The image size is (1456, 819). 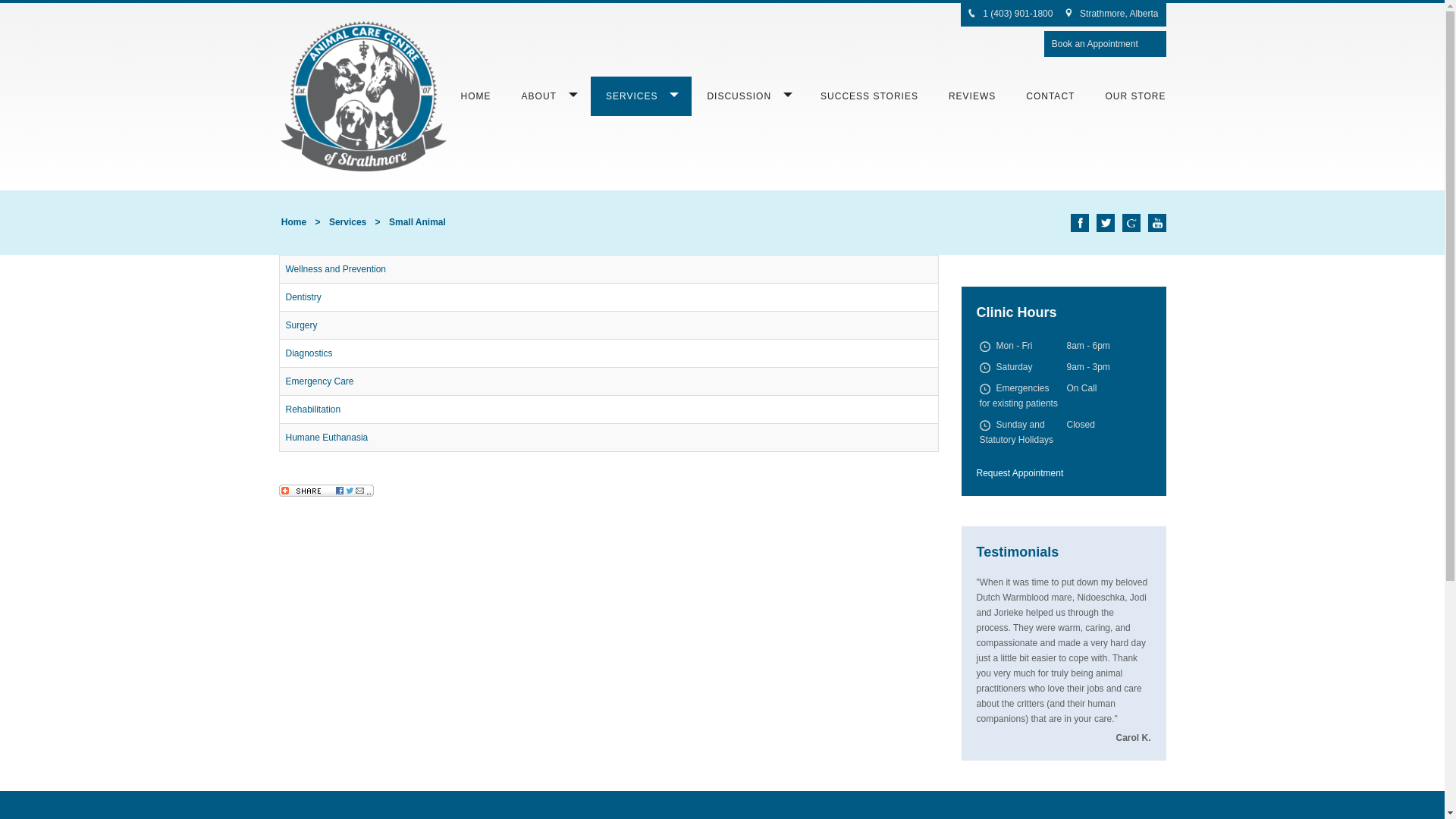 I want to click on 'Book an Appointment', so click(x=1095, y=42).